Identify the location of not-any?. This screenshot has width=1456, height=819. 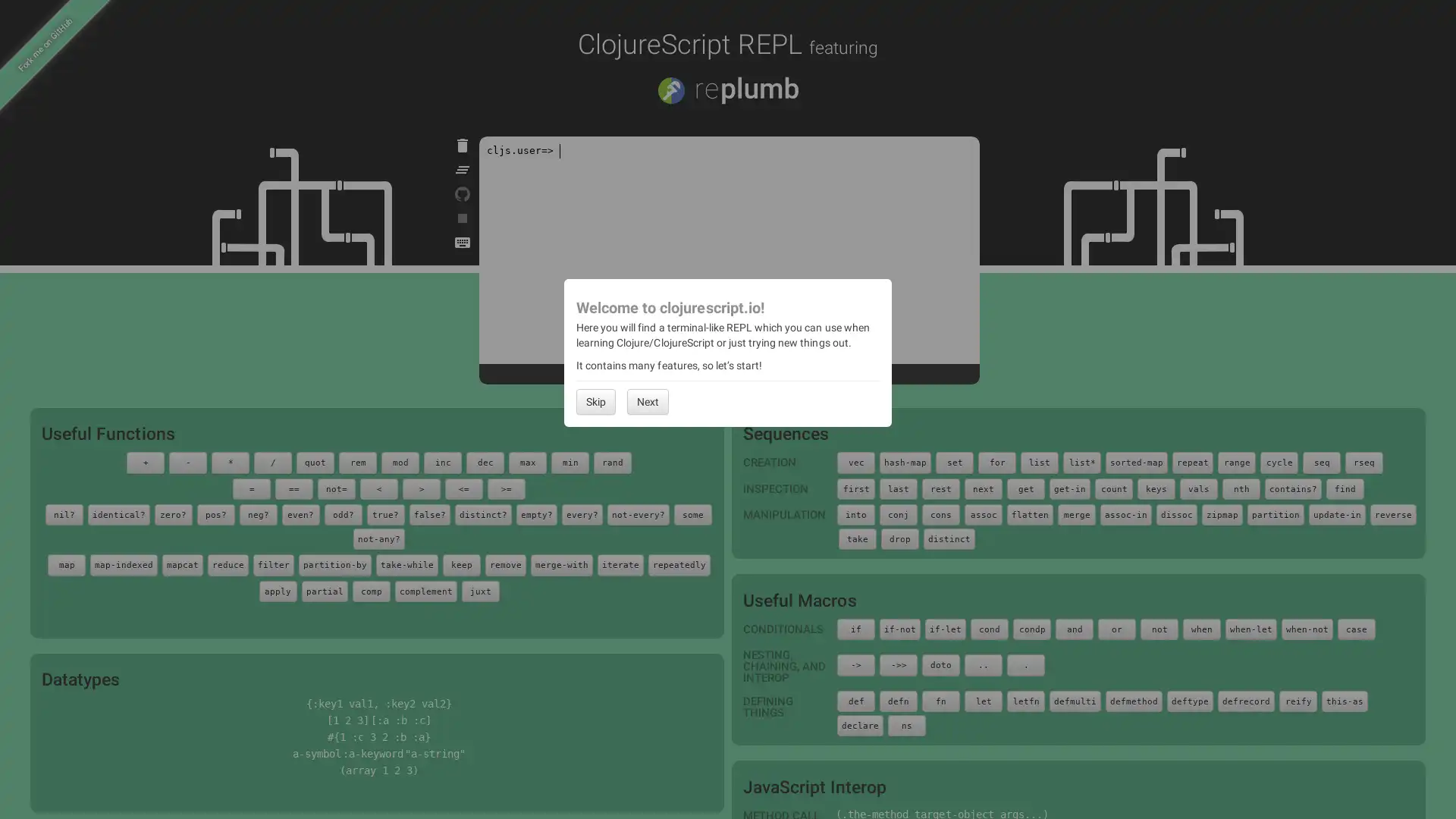
(378, 538).